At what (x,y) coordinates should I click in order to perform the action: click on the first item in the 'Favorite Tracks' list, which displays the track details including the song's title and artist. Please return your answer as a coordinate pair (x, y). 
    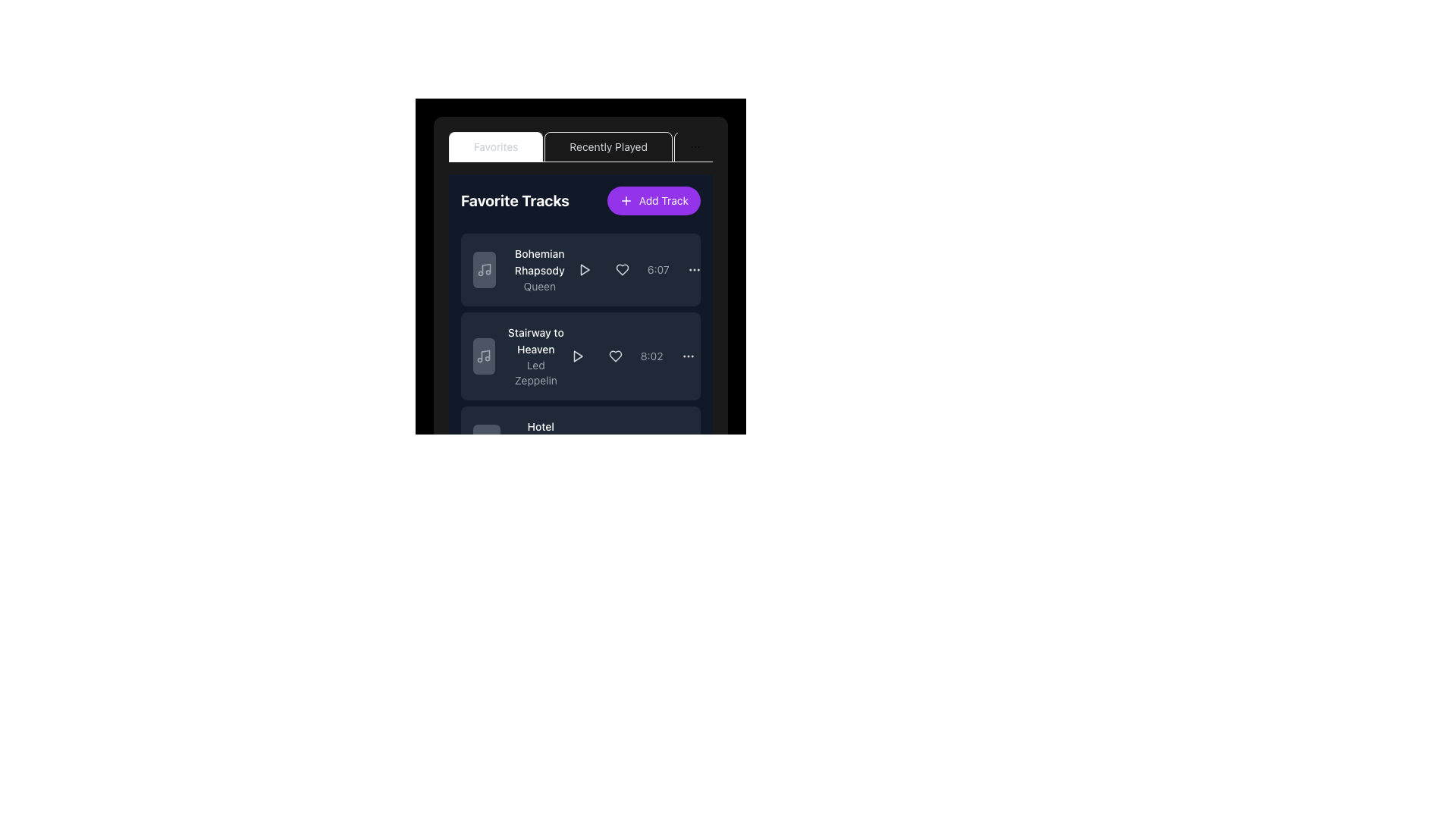
    Looking at the image, I should click on (522, 268).